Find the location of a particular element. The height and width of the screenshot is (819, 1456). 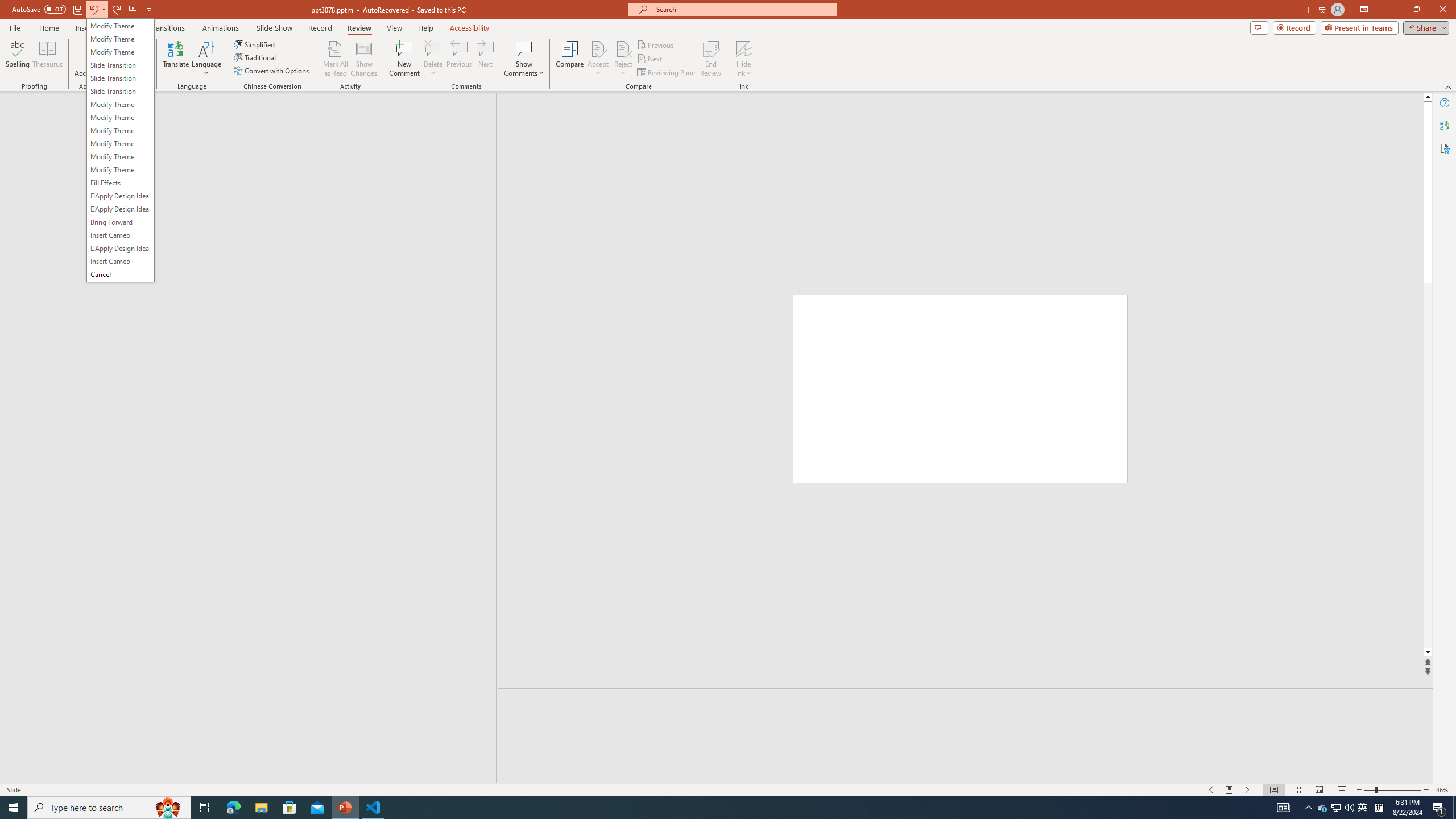

'Microsoft Edge' is located at coordinates (233, 806).